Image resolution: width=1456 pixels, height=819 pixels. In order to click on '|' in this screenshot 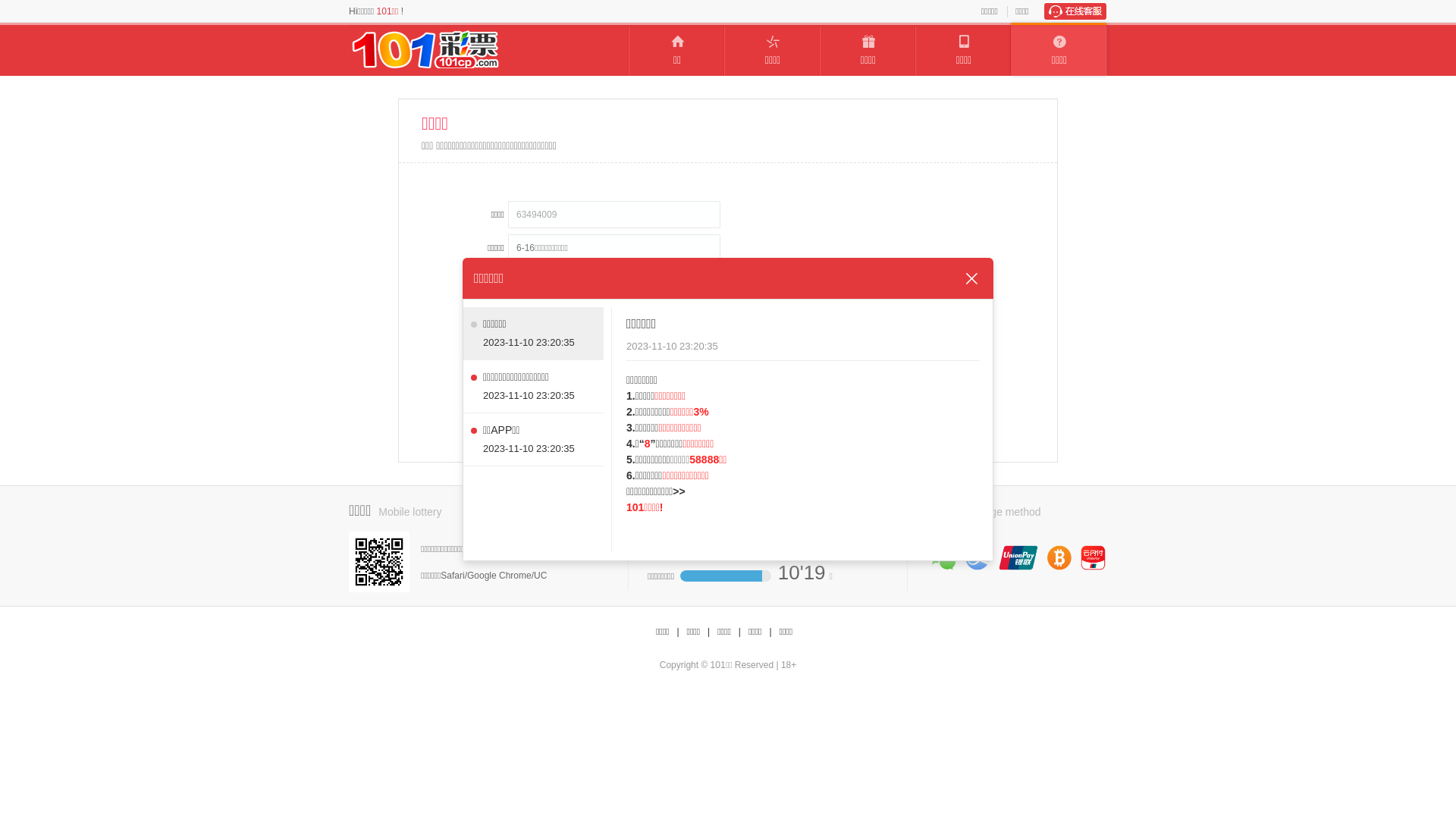, I will do `click(770, 632)`.